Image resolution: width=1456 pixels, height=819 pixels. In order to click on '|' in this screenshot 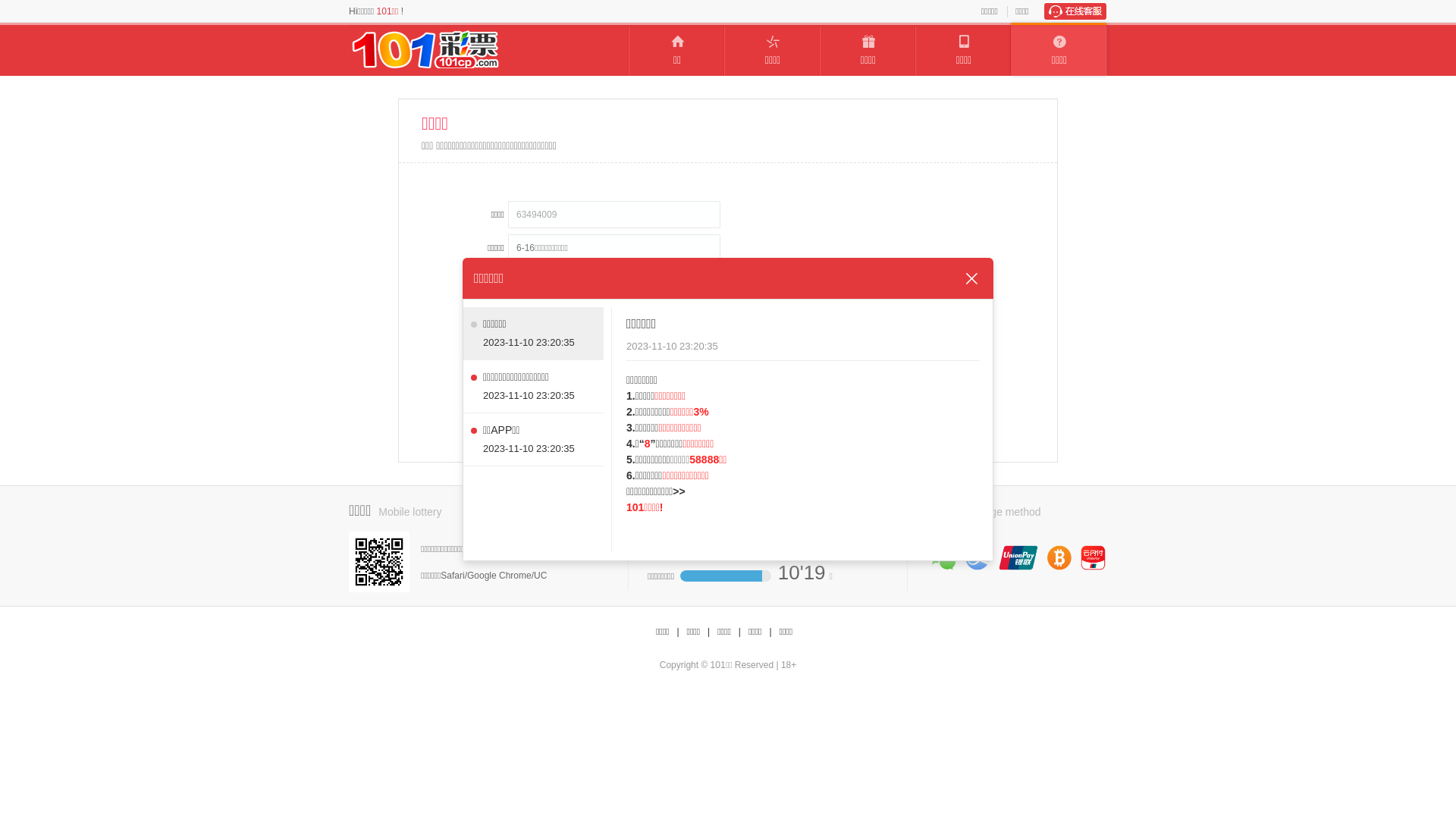, I will do `click(770, 632)`.